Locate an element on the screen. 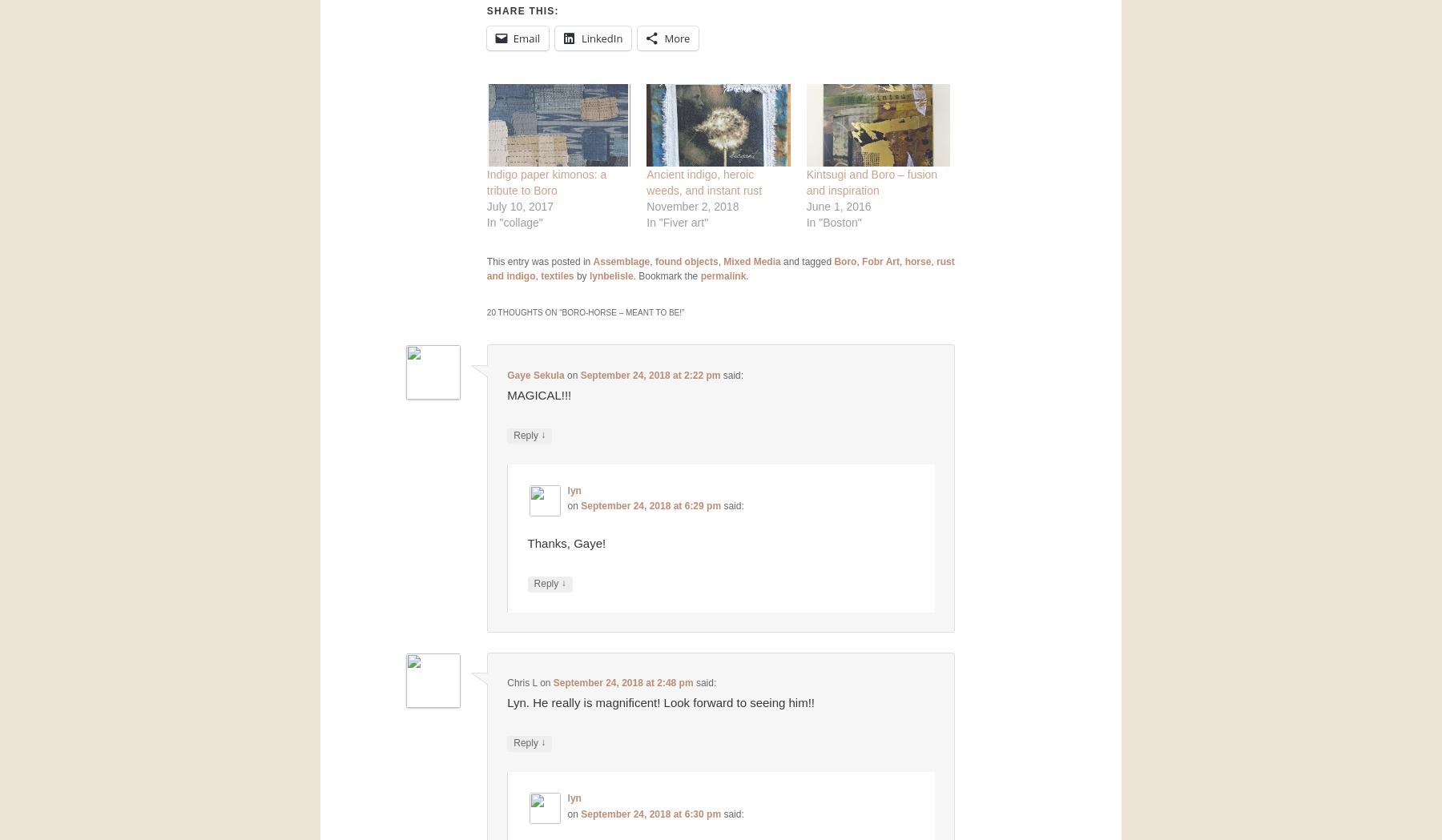  'September 24, 2018 at 6:30 pm' is located at coordinates (651, 813).